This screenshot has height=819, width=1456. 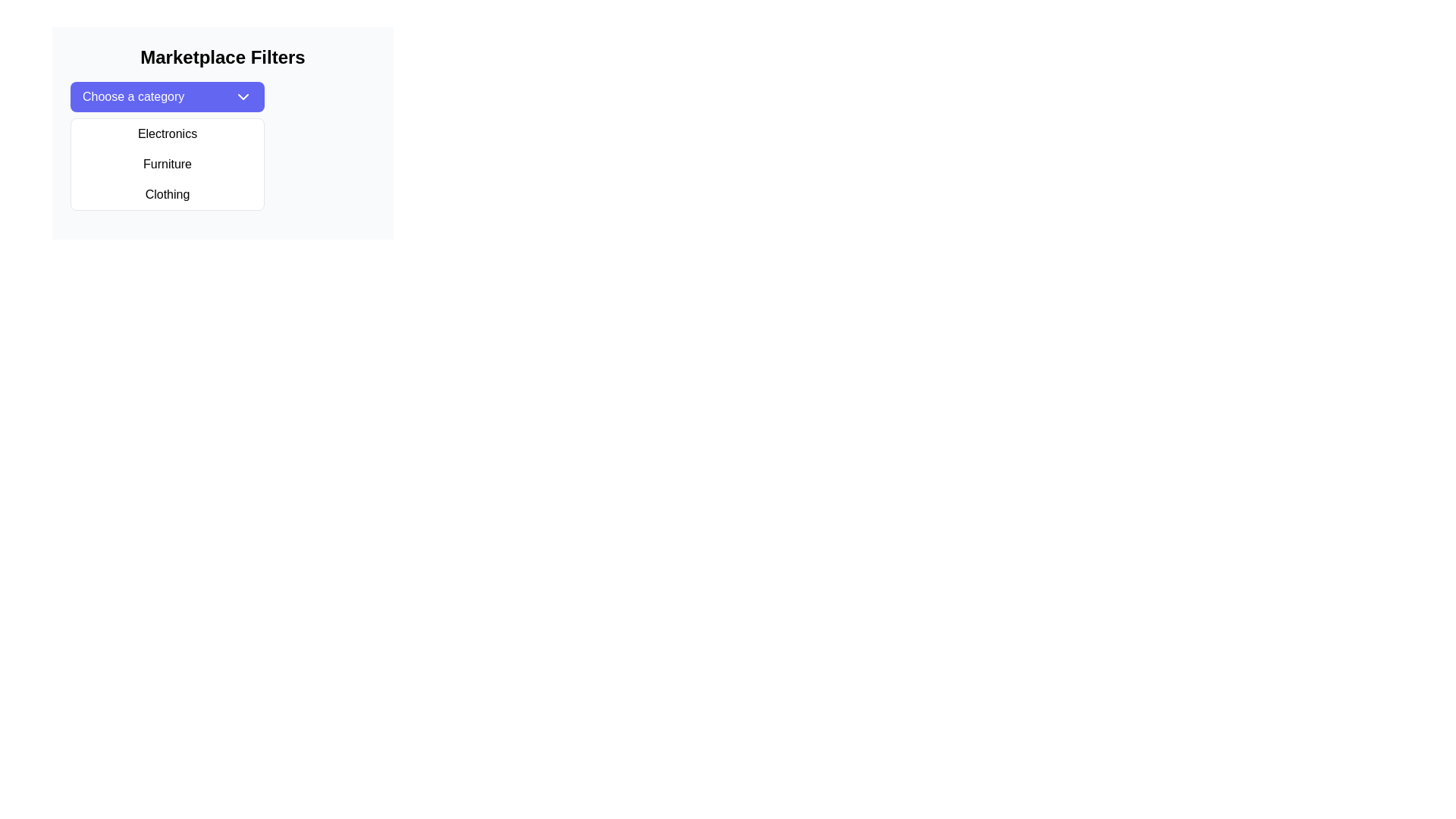 I want to click on the first item in the dropdown menu for category selection, which allows the user to choose 'Electronics' as the selected category, so click(x=167, y=133).